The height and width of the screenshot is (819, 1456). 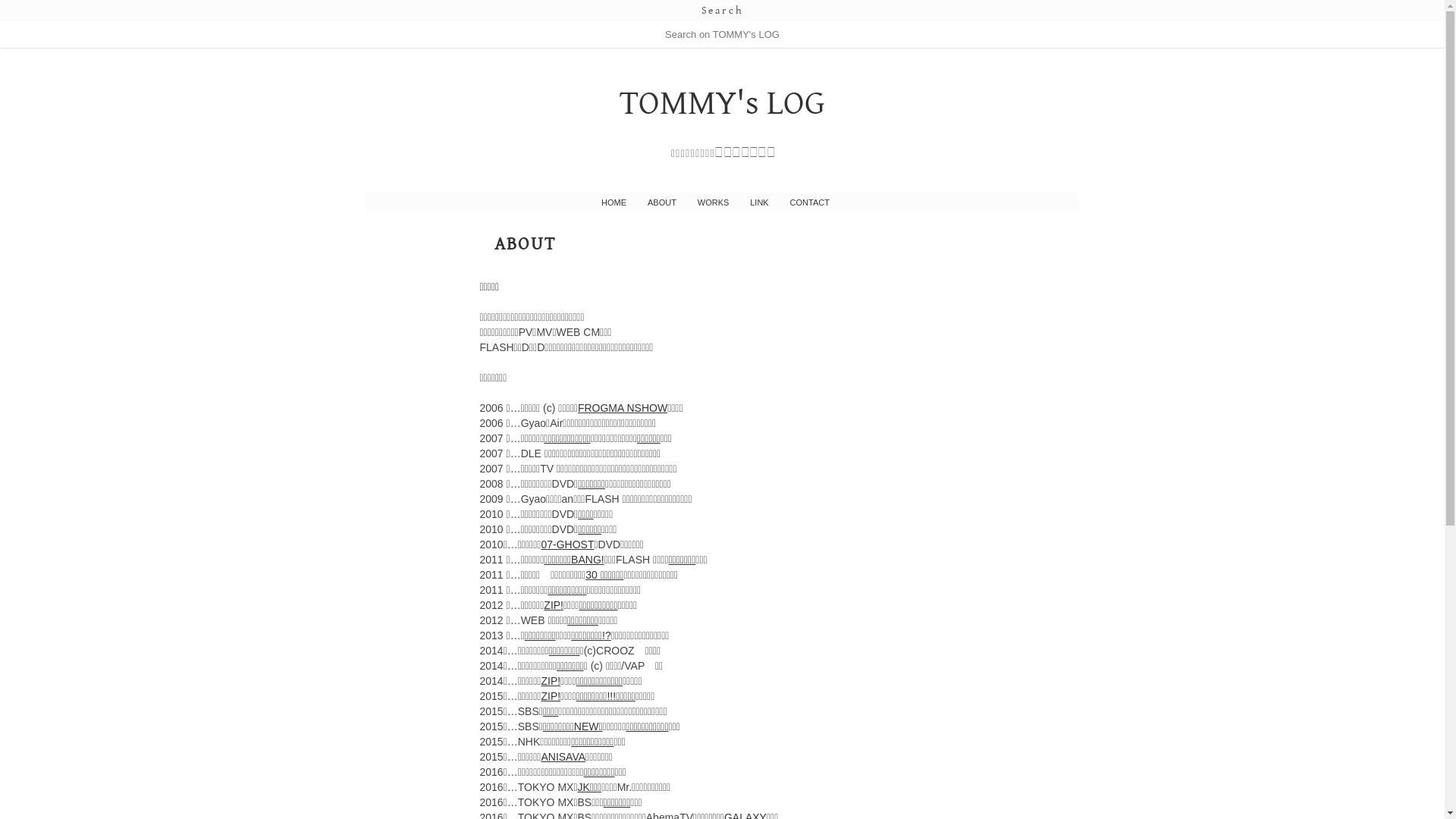 I want to click on 'LINK', so click(x=759, y=202).